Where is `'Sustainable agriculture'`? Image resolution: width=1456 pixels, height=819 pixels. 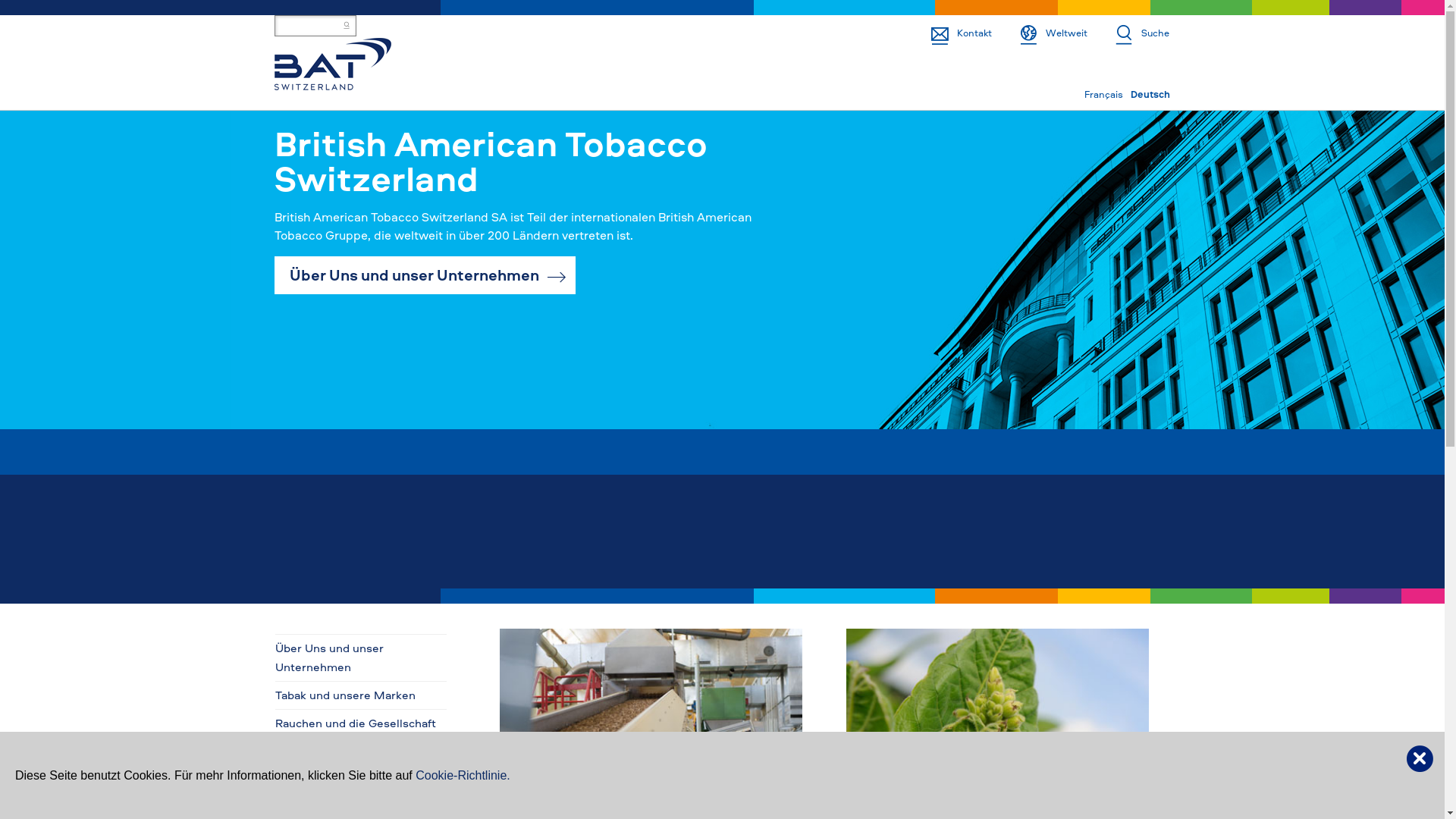
'Sustainable agriculture' is located at coordinates (997, 727).